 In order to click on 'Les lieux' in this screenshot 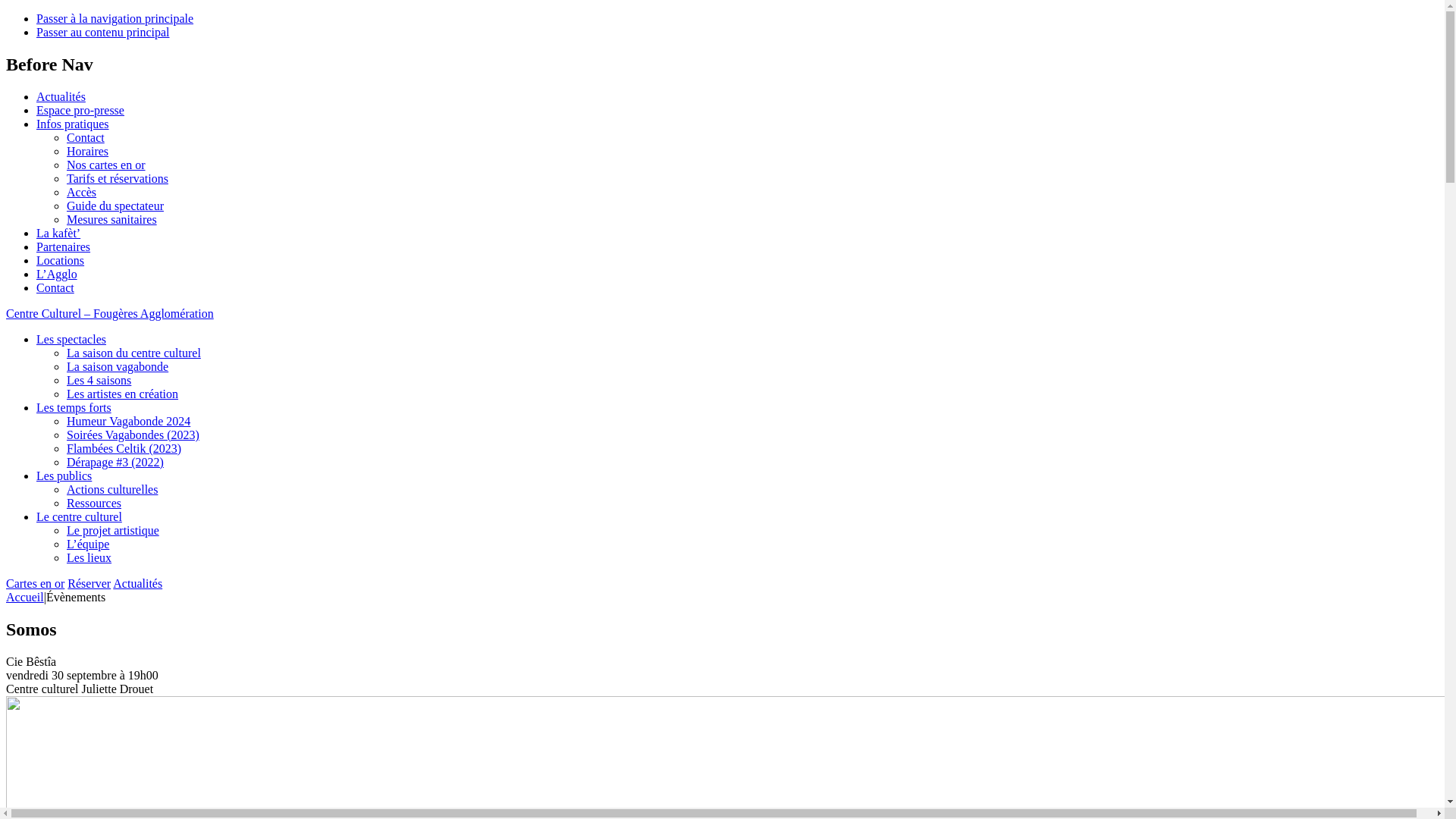, I will do `click(65, 557)`.